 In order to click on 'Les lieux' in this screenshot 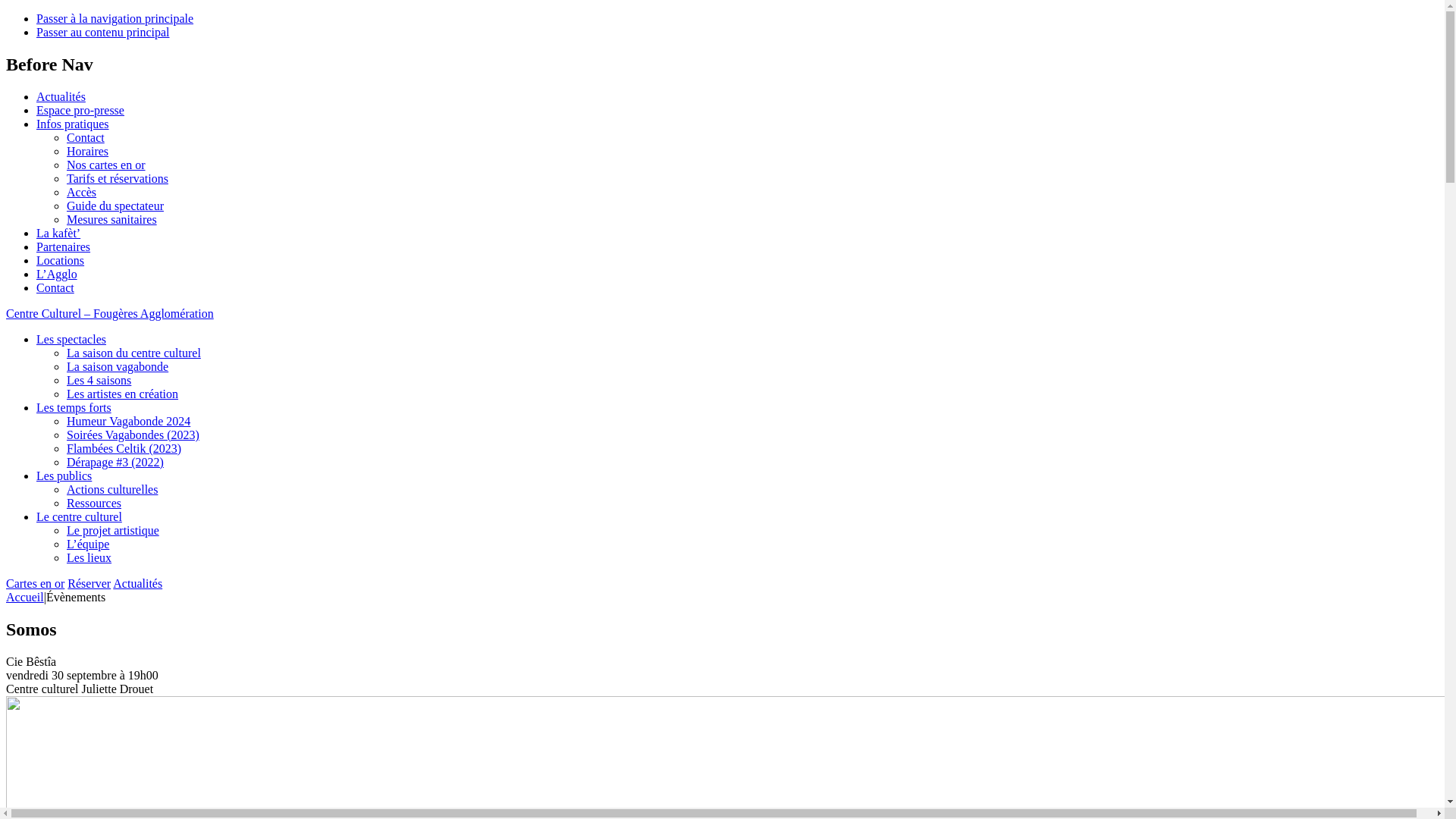, I will do `click(65, 557)`.